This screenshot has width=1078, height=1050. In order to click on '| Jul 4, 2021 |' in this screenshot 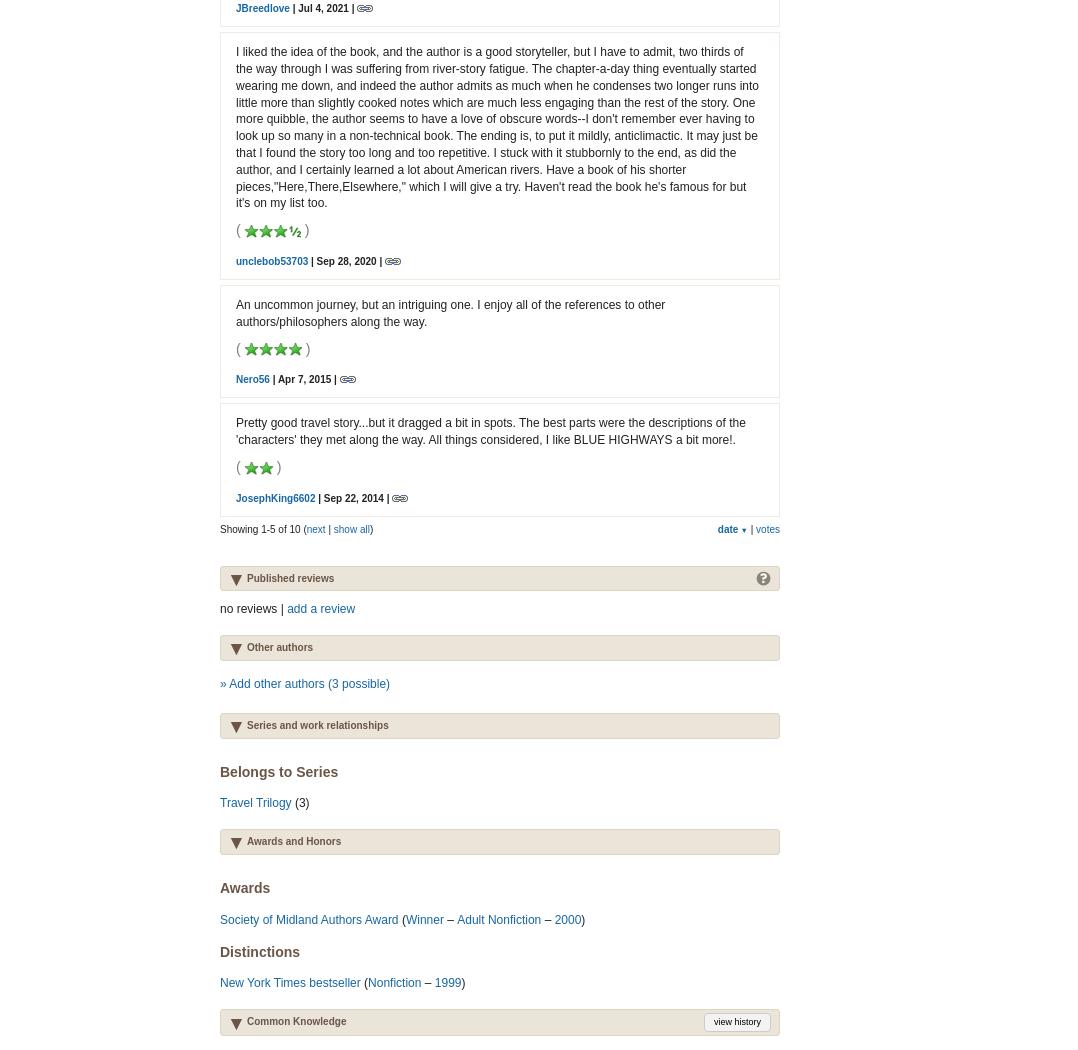, I will do `click(321, 8)`.